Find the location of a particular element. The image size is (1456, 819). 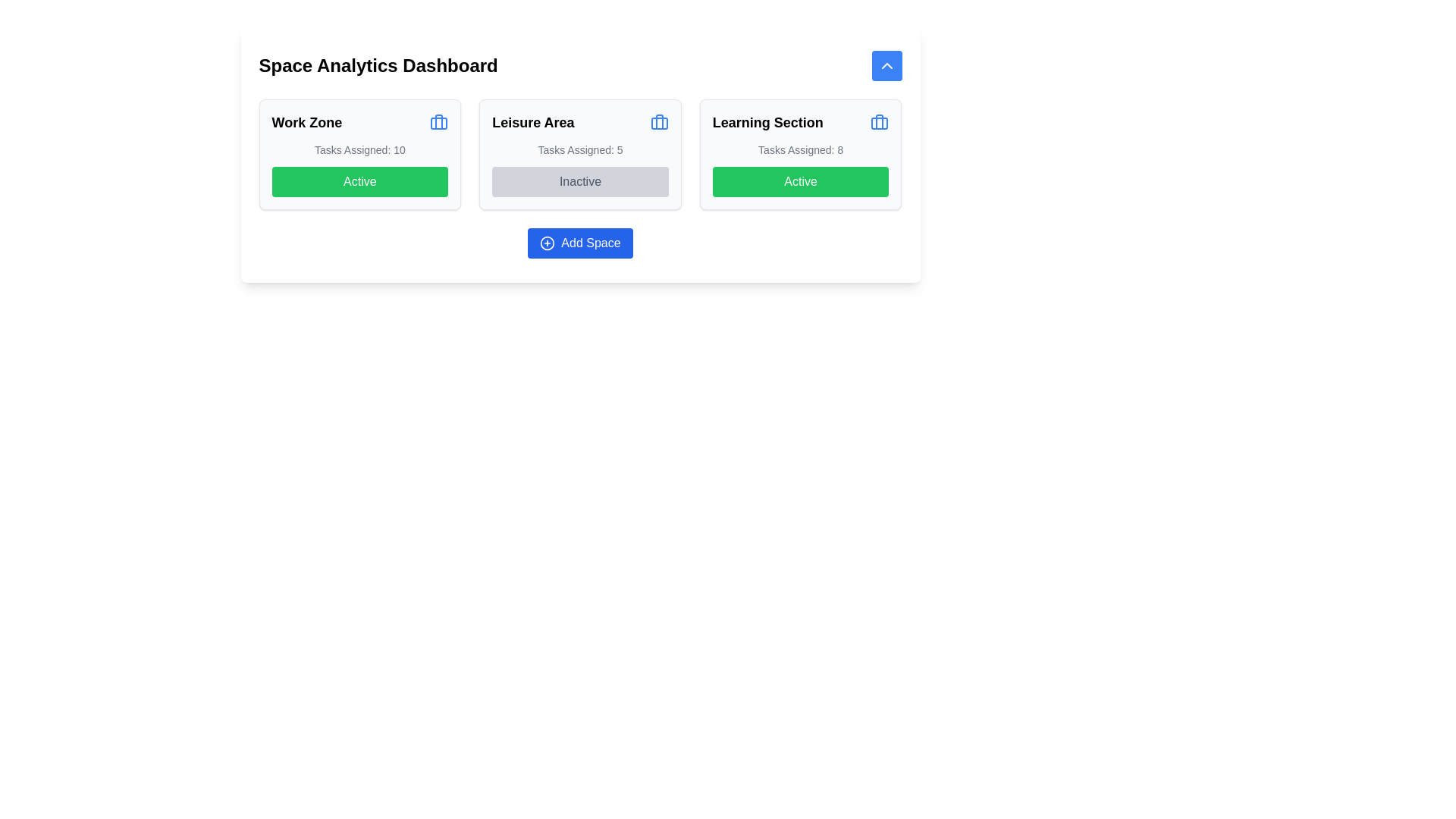

the 'Inactive' button located at the bottom section of the 'Leisure Area' card is located at coordinates (579, 180).